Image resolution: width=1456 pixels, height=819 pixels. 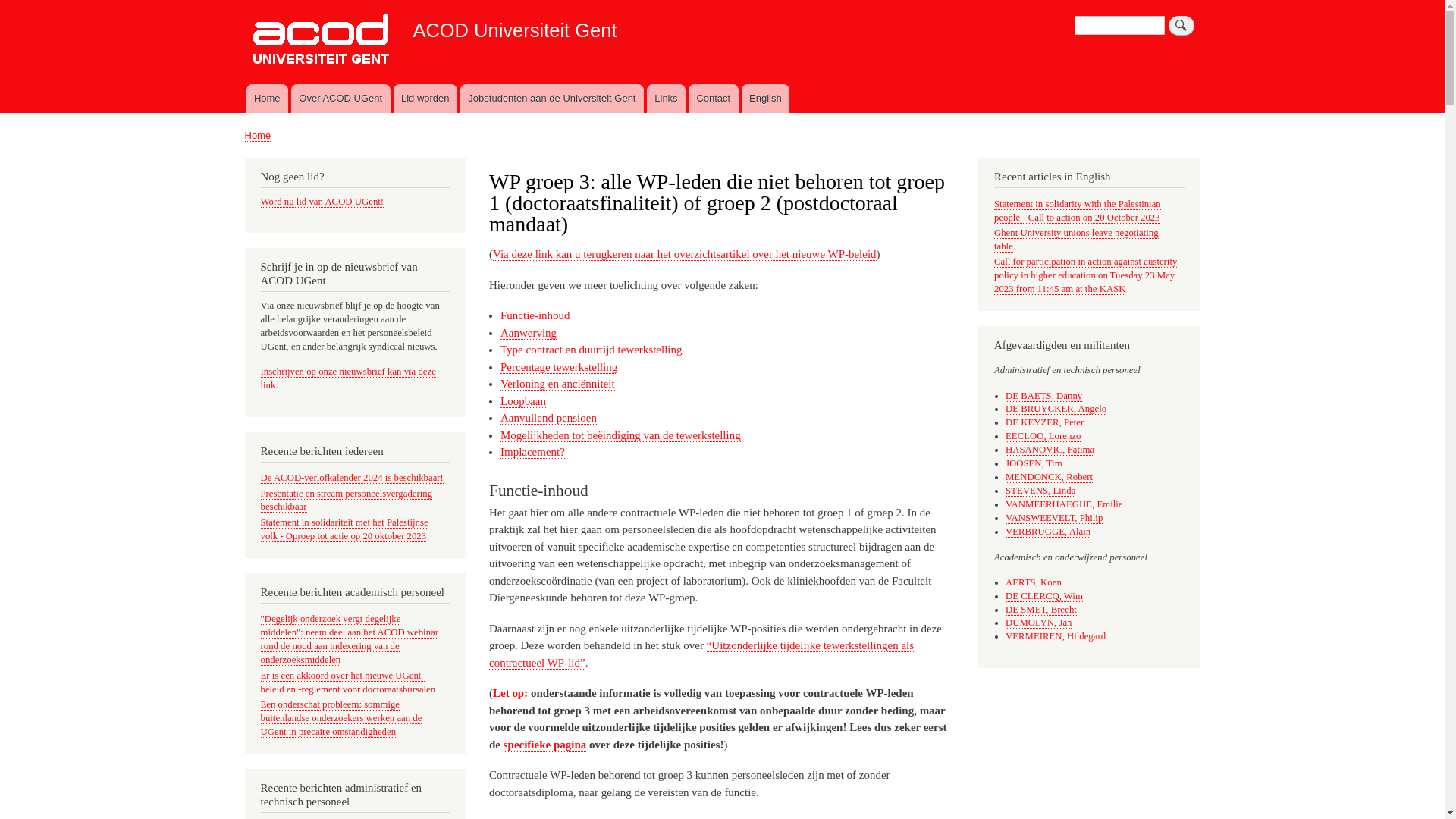 What do you see at coordinates (1043, 395) in the screenshot?
I see `'DE BAETS, Danny'` at bounding box center [1043, 395].